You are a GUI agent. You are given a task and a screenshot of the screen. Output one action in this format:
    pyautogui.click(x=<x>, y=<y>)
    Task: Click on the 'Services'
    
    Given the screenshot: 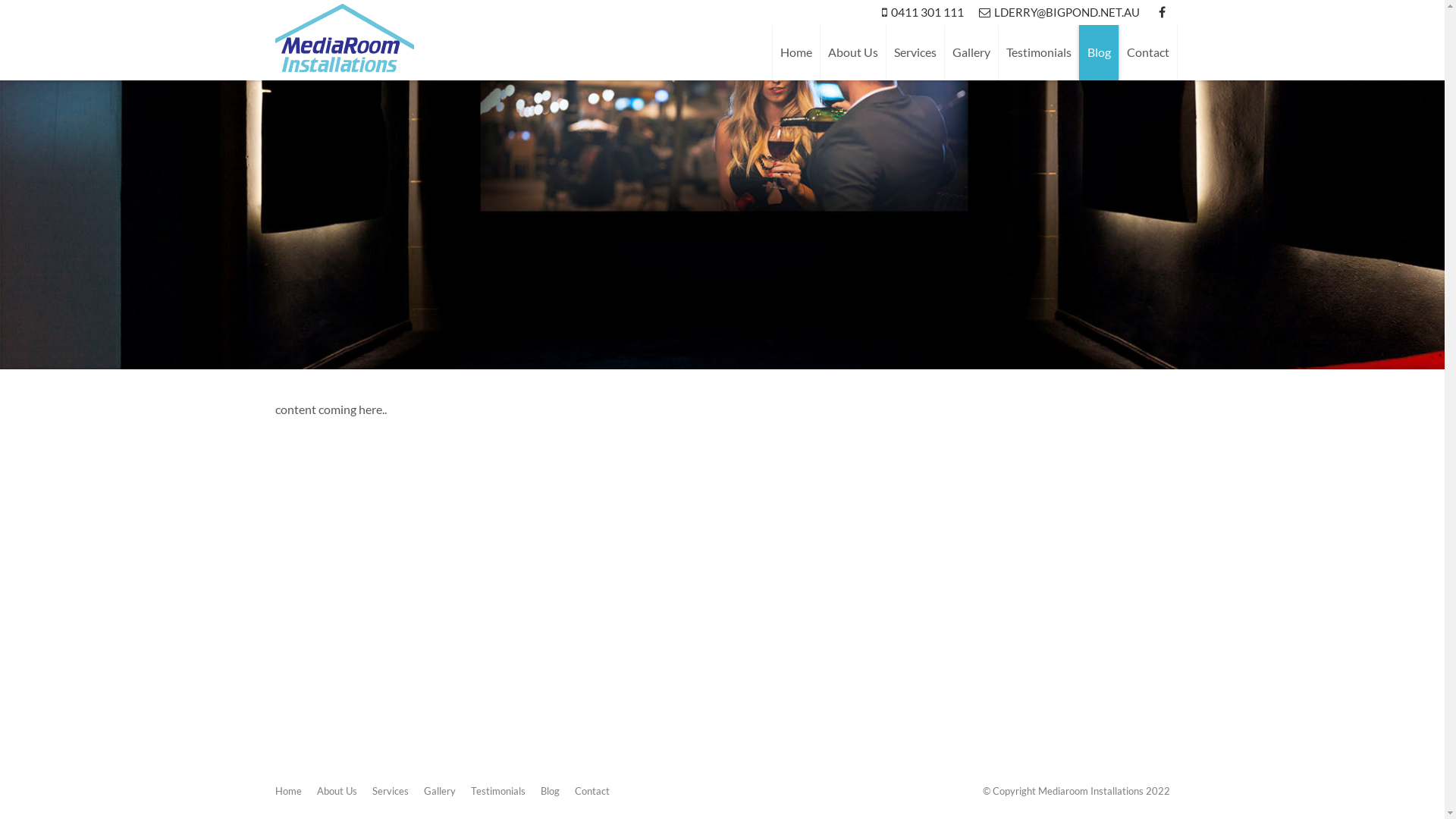 What is the action you would take?
    pyautogui.click(x=389, y=789)
    